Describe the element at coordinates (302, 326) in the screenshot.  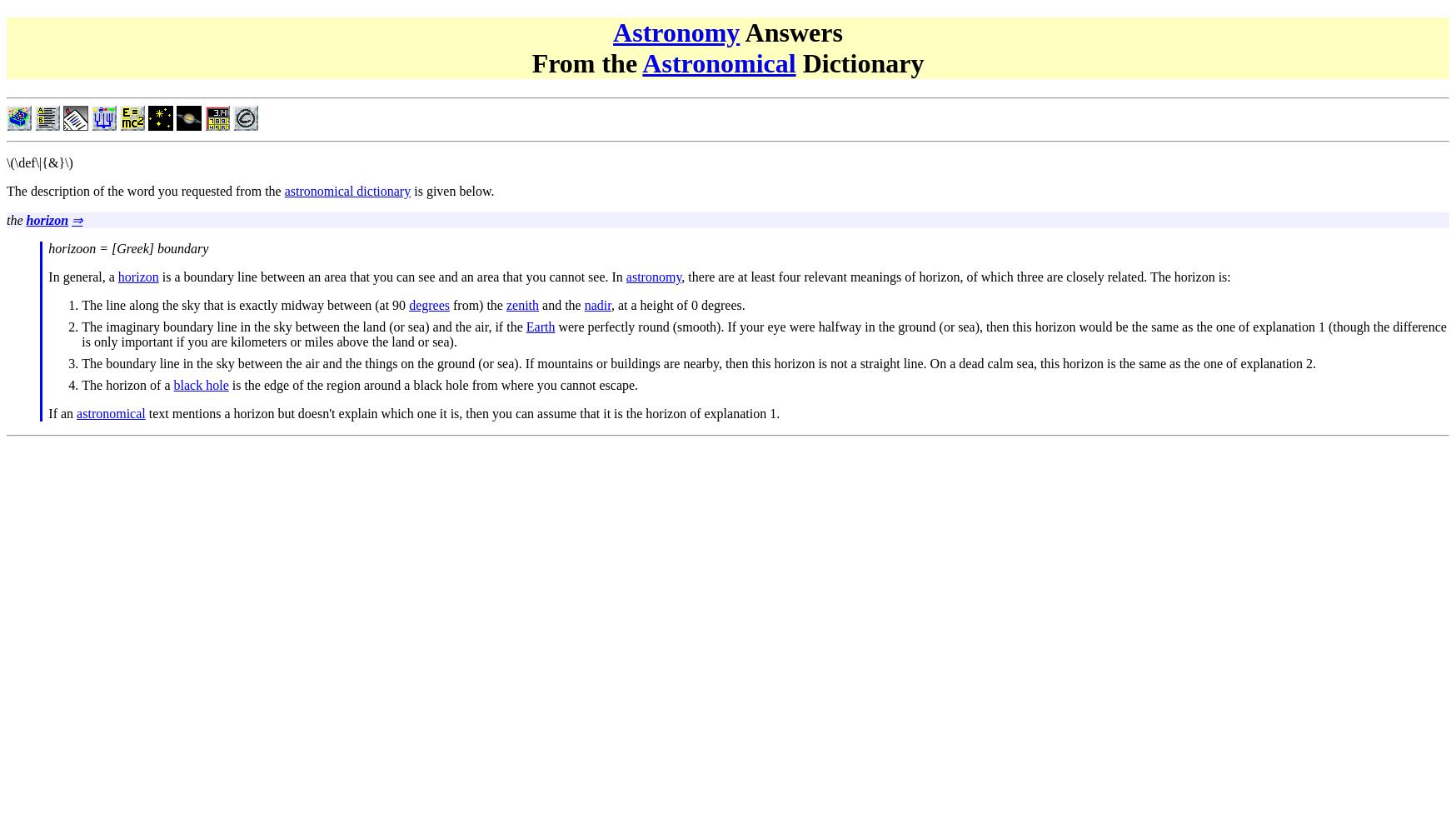
I see `'The imaginary boundary line in the sky between the land (or sea)
and the air, if the'` at that location.